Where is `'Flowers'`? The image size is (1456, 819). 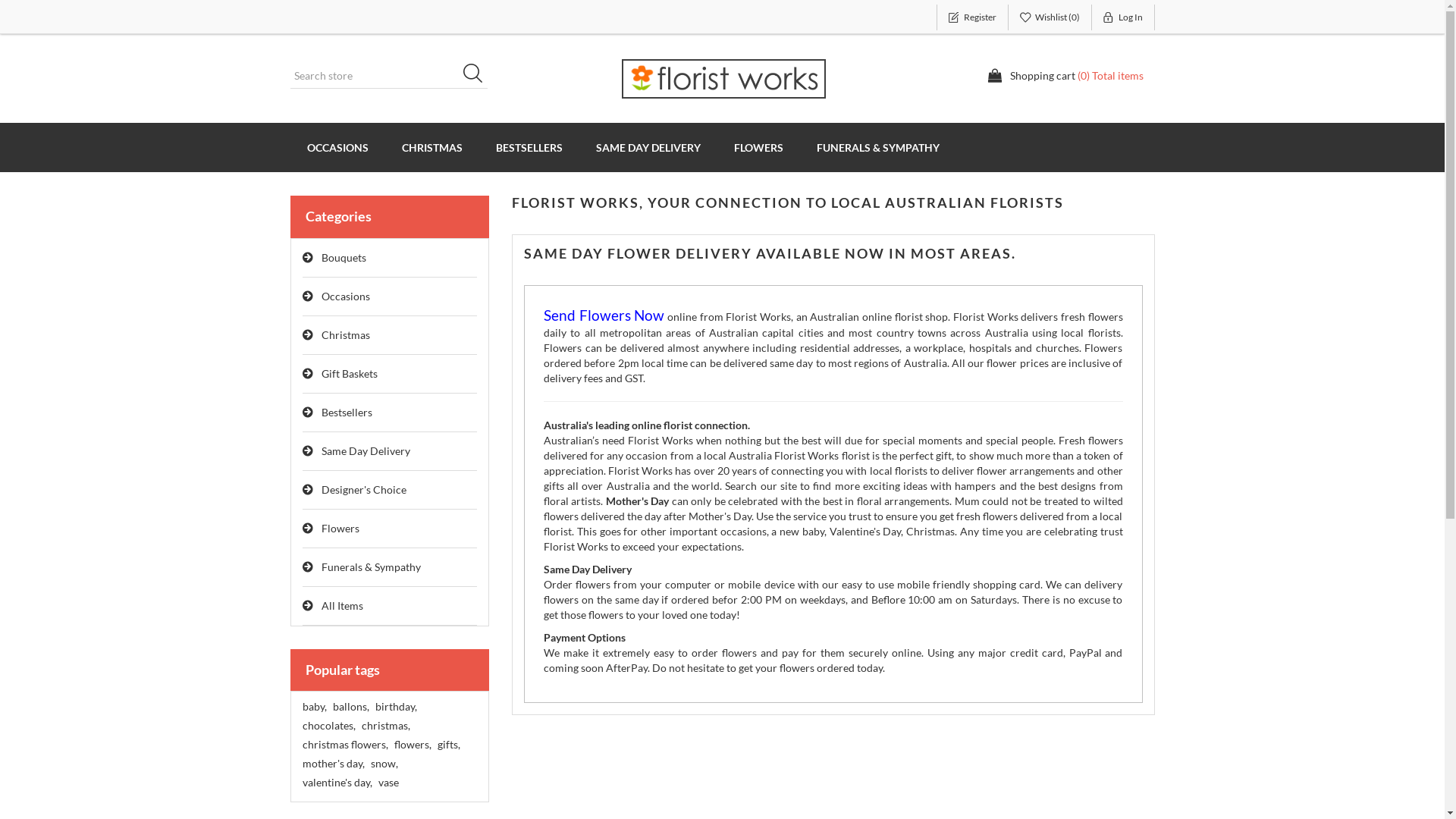
'Flowers' is located at coordinates (389, 528).